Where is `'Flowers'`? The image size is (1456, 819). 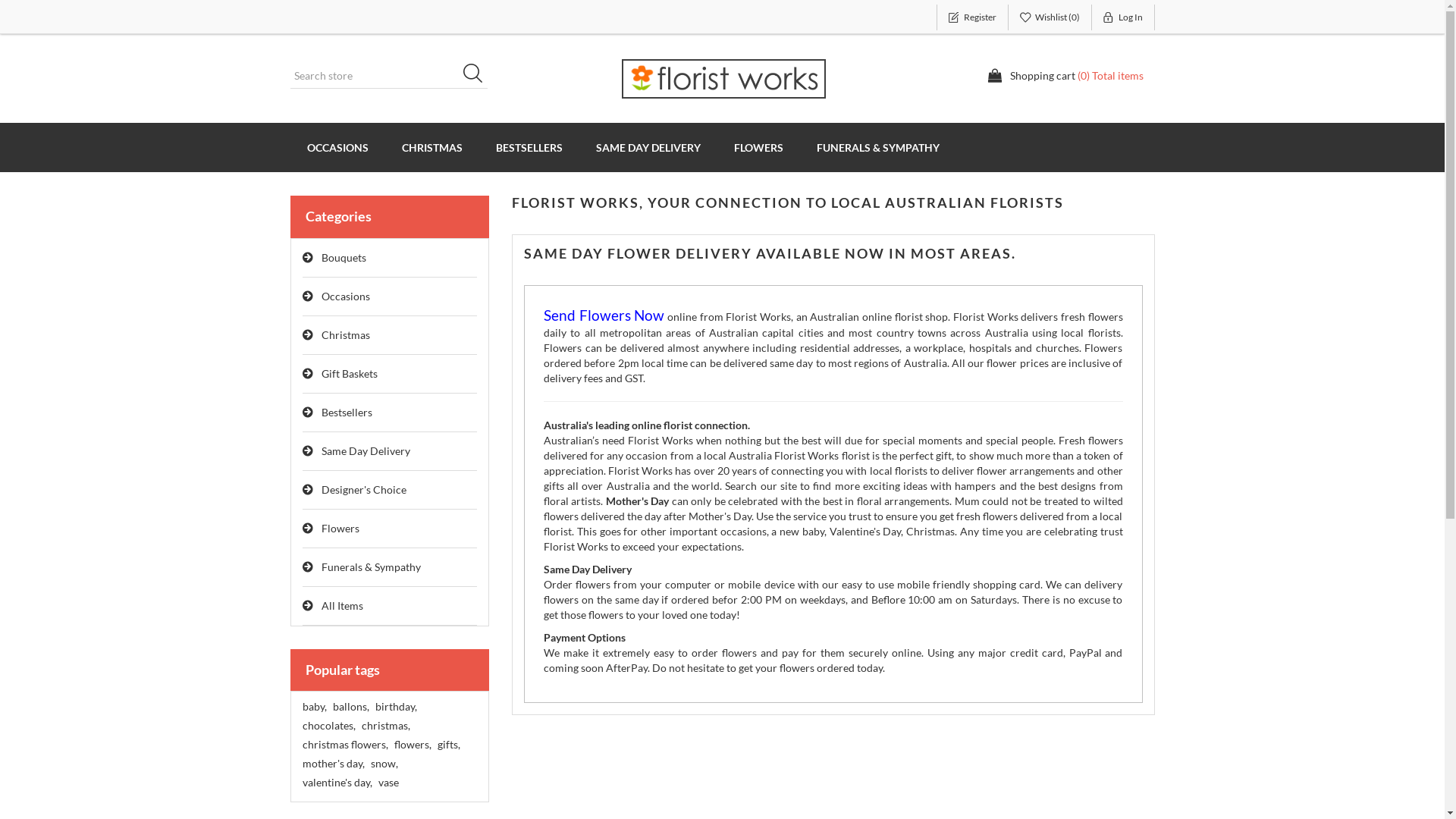
'Flowers' is located at coordinates (389, 528).